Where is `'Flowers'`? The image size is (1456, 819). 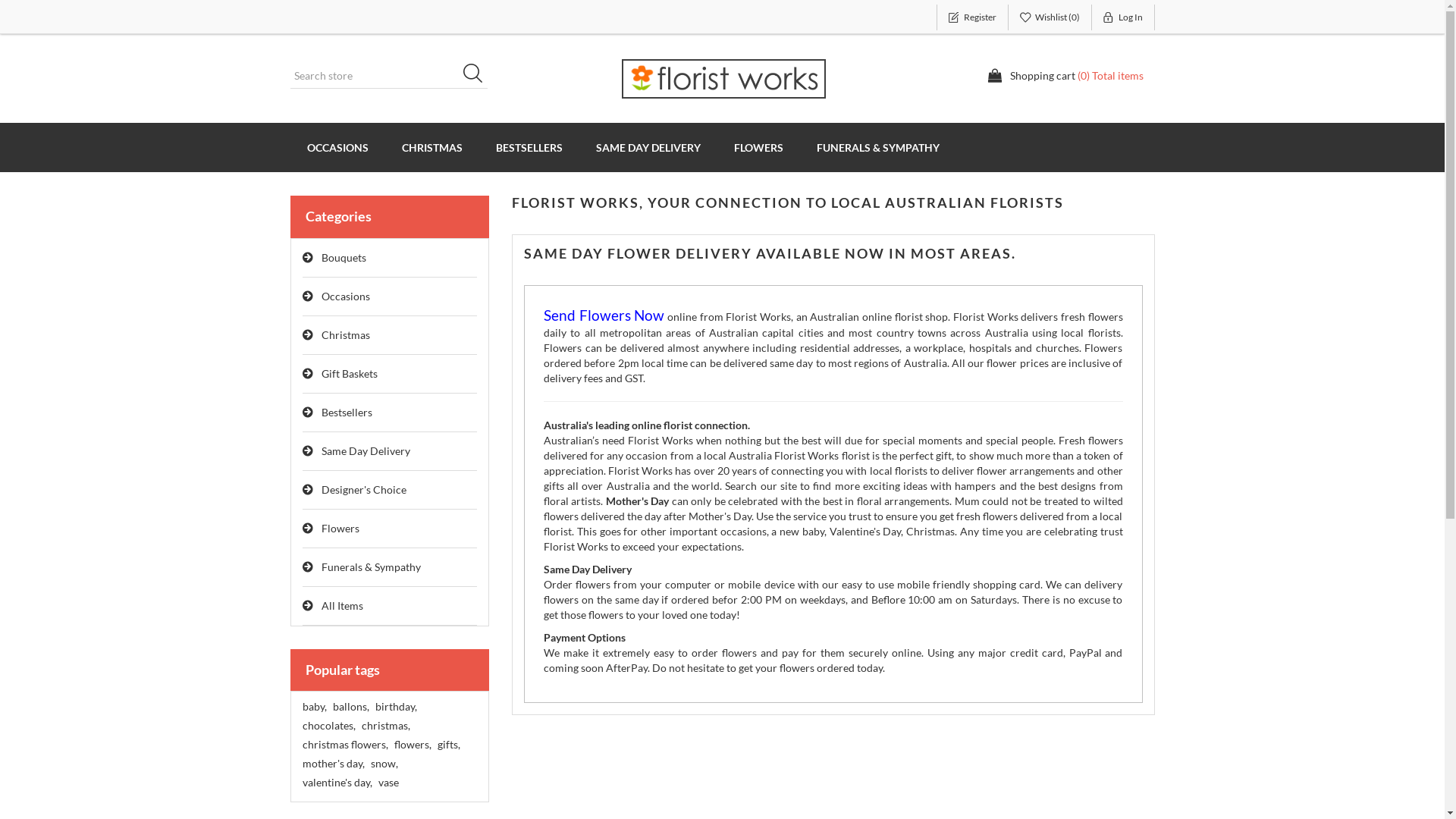
'Flowers' is located at coordinates (389, 528).